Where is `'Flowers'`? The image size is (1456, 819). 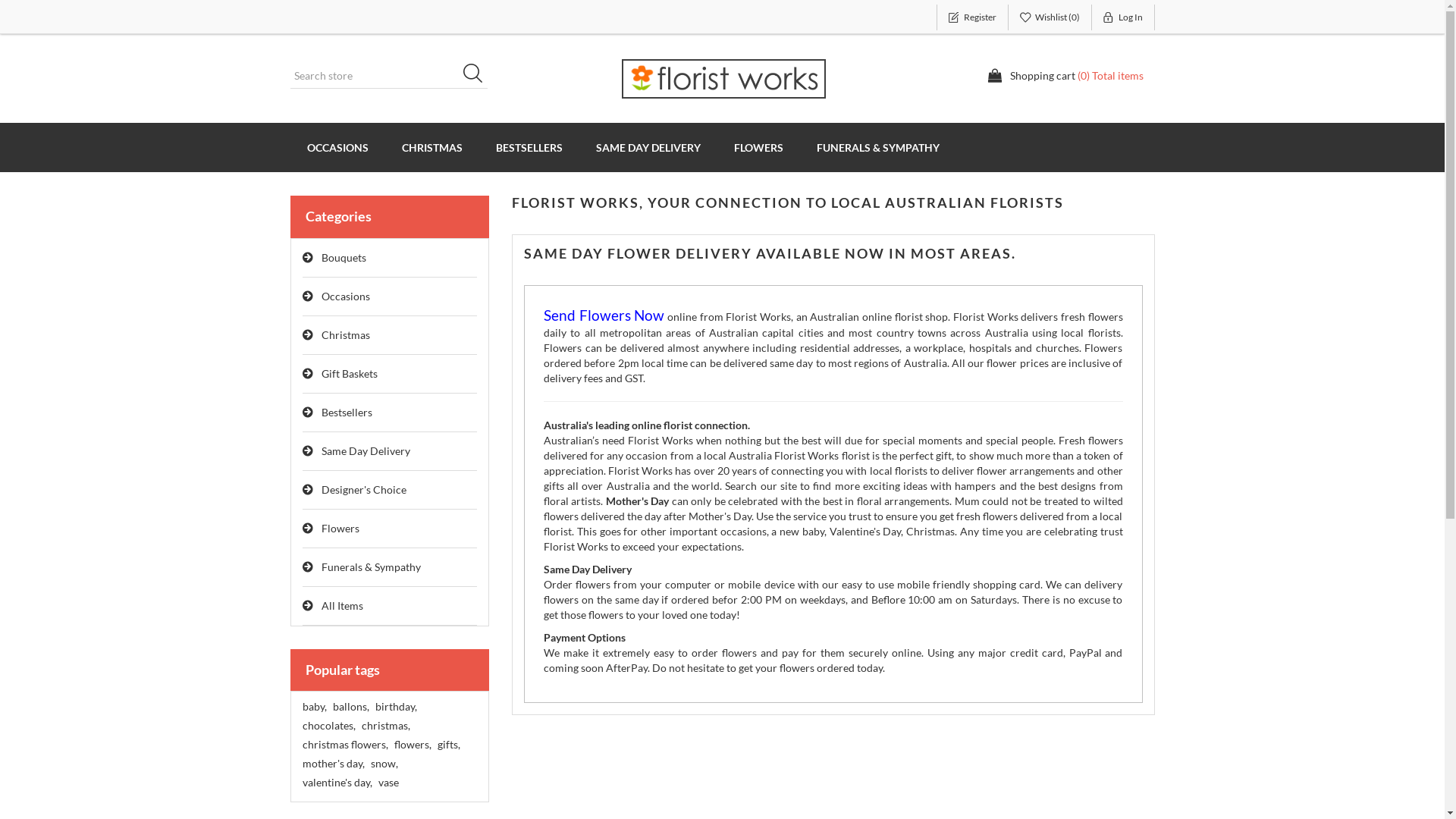
'Flowers' is located at coordinates (389, 528).